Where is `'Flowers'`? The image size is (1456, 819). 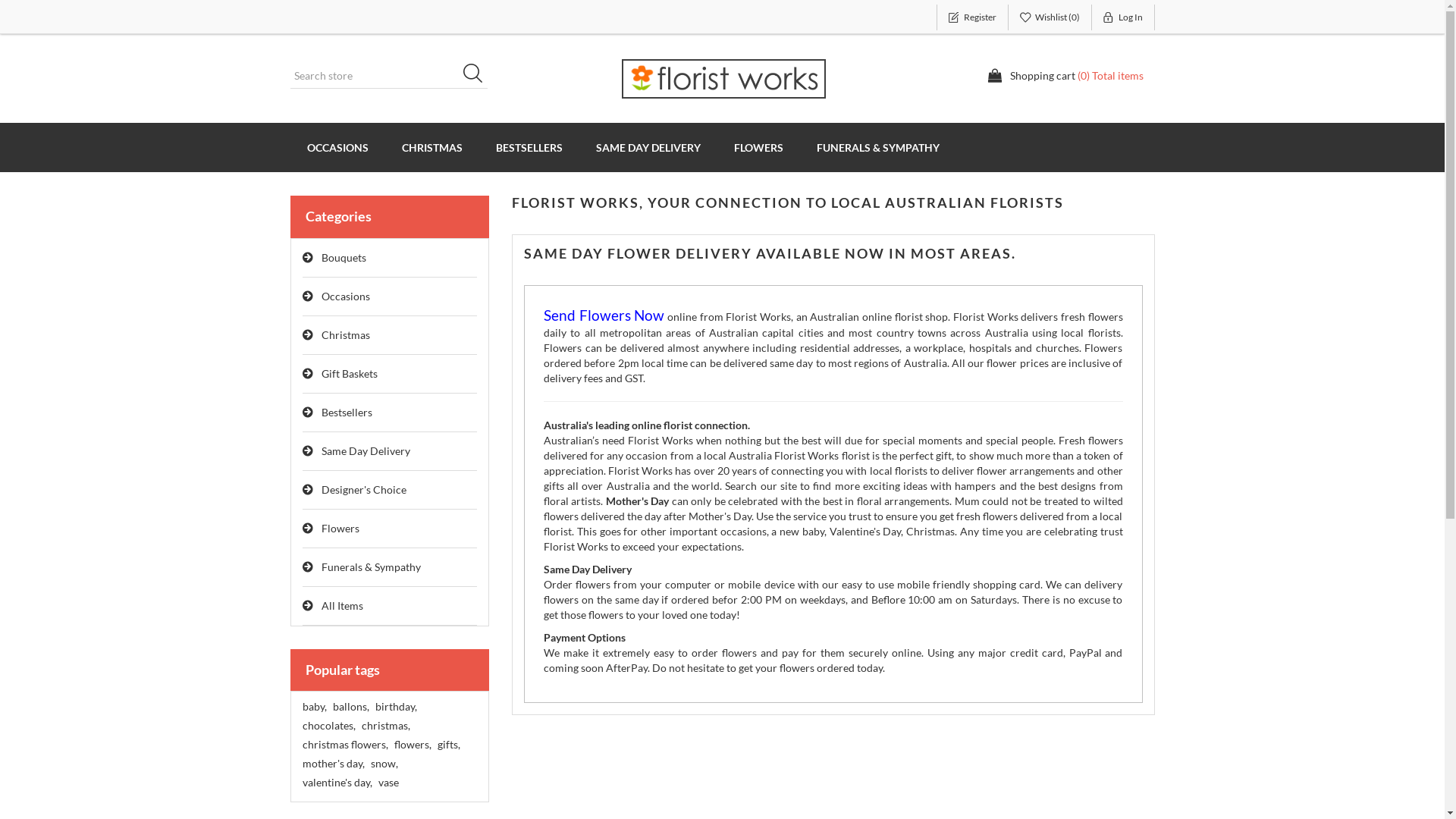
'Flowers' is located at coordinates (389, 528).